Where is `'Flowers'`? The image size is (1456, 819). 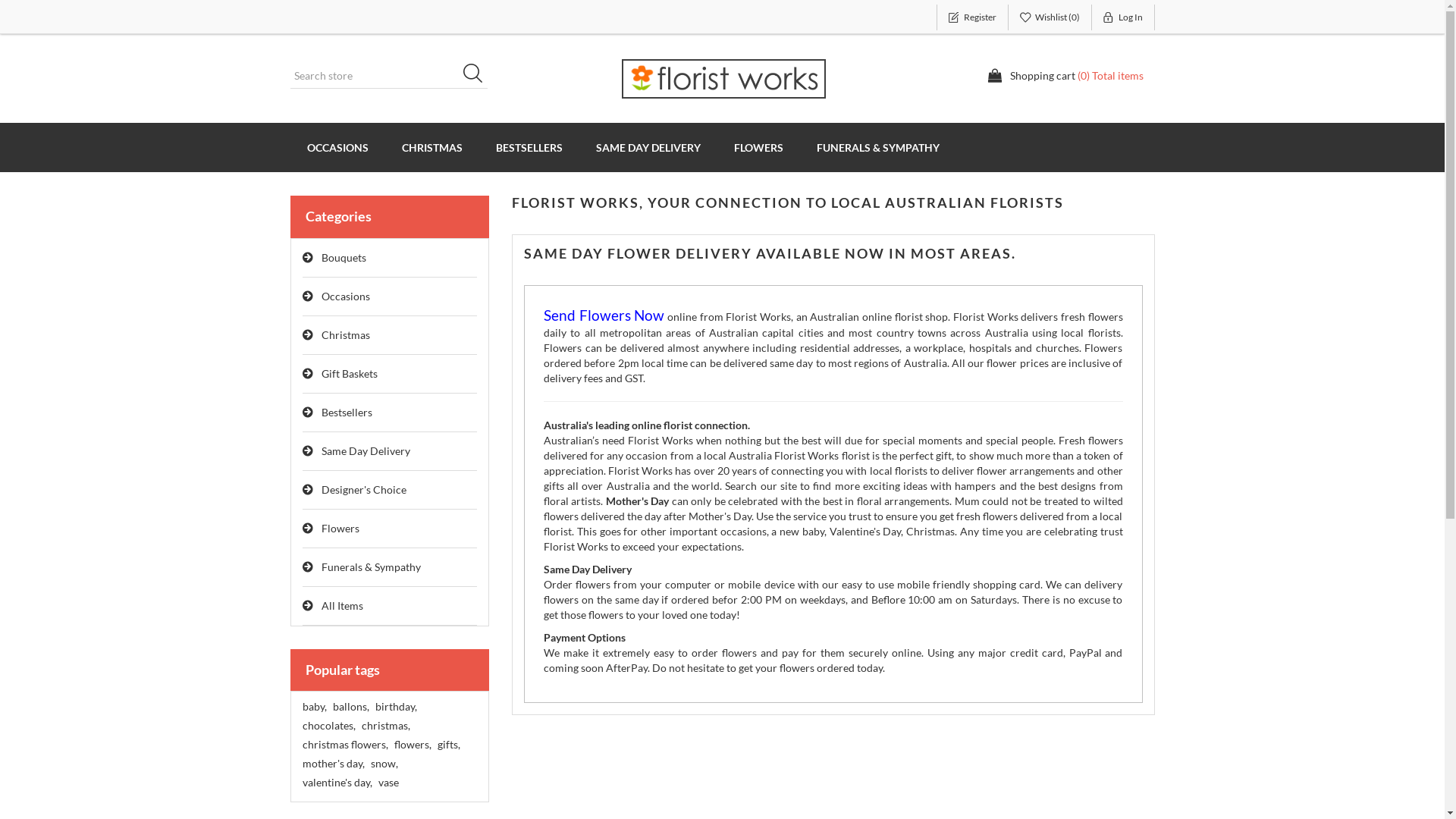
'Flowers' is located at coordinates (389, 528).